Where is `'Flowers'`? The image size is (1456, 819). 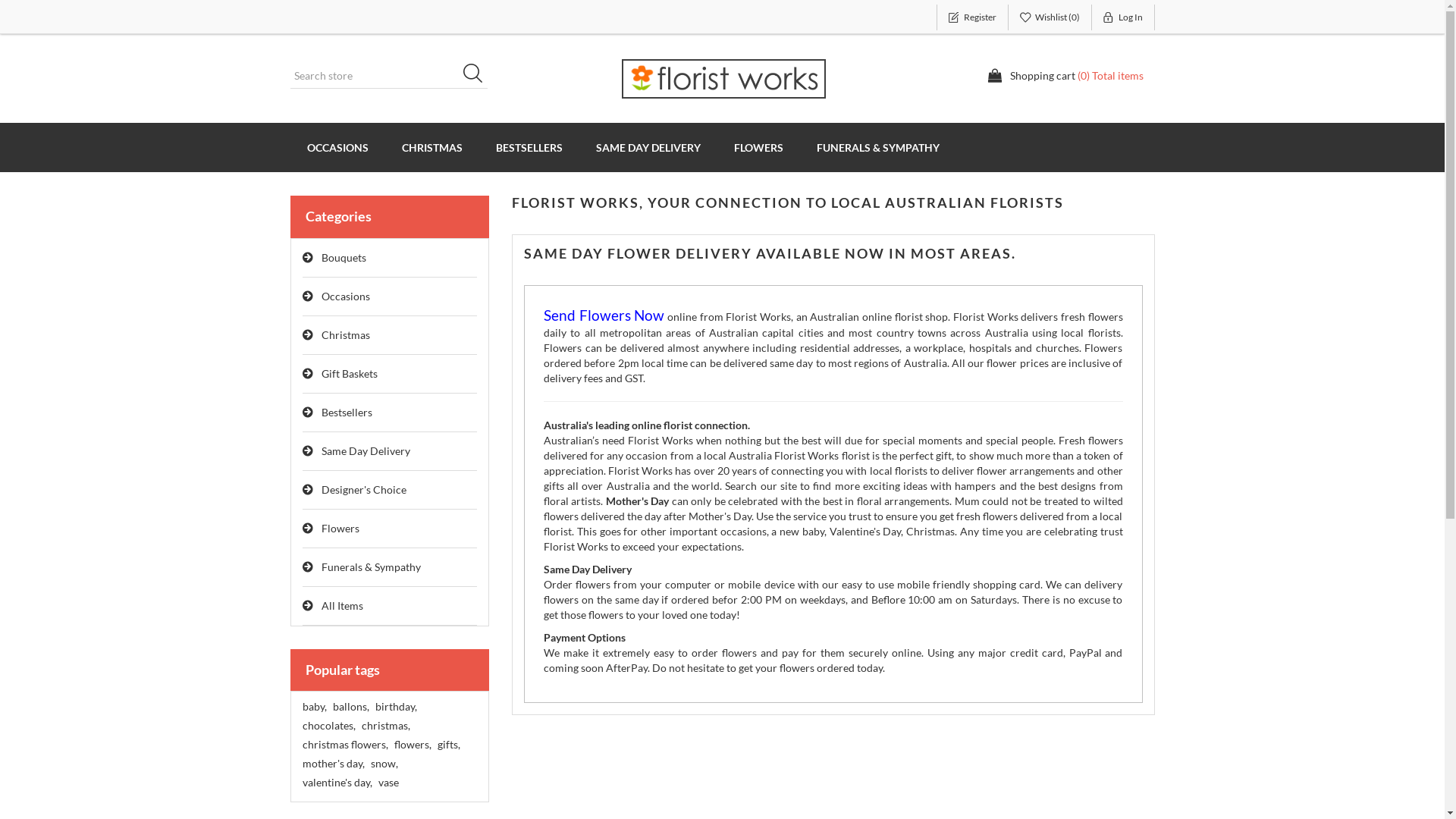
'Flowers' is located at coordinates (389, 528).